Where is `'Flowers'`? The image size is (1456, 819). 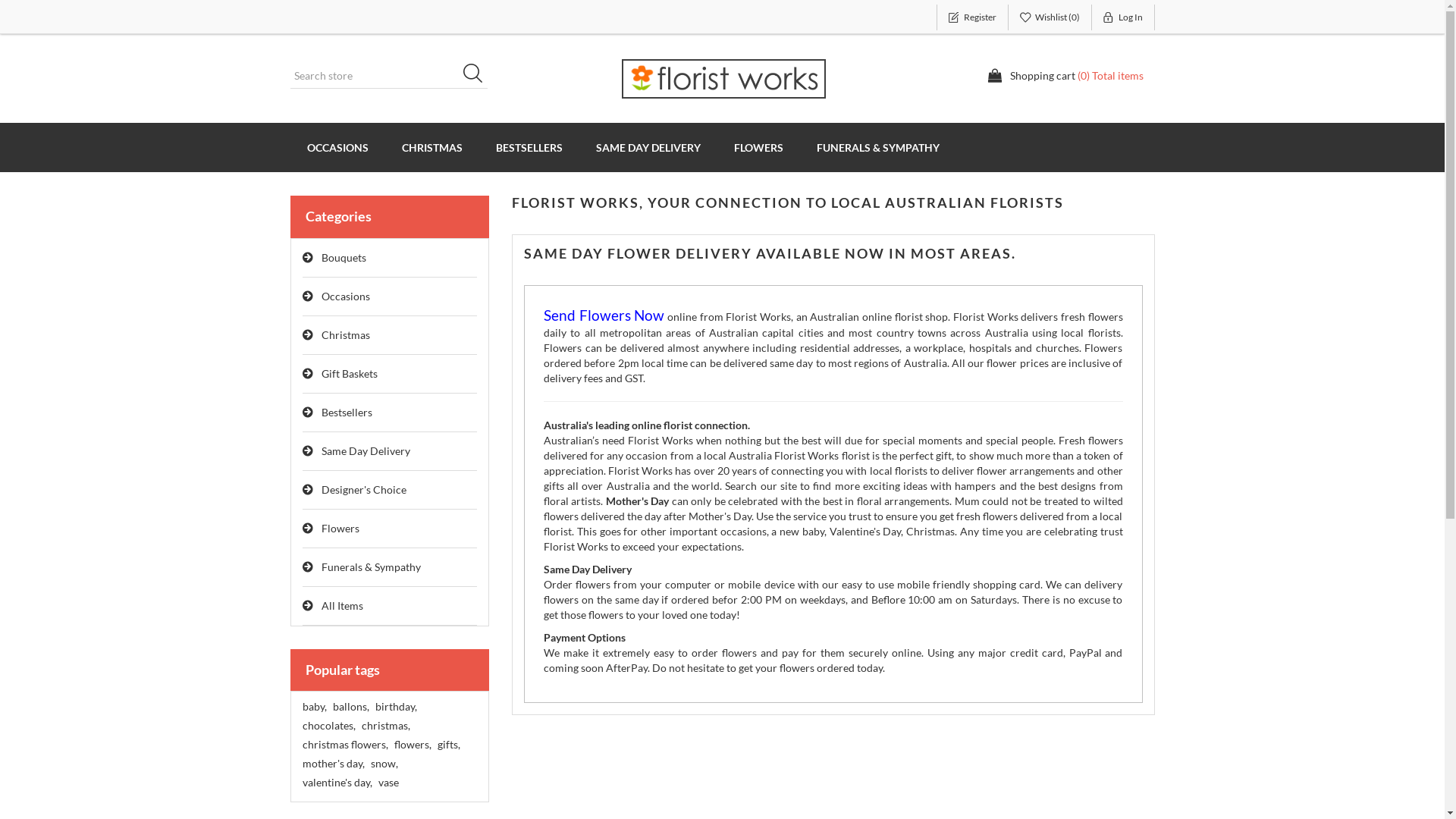
'Flowers' is located at coordinates (389, 528).